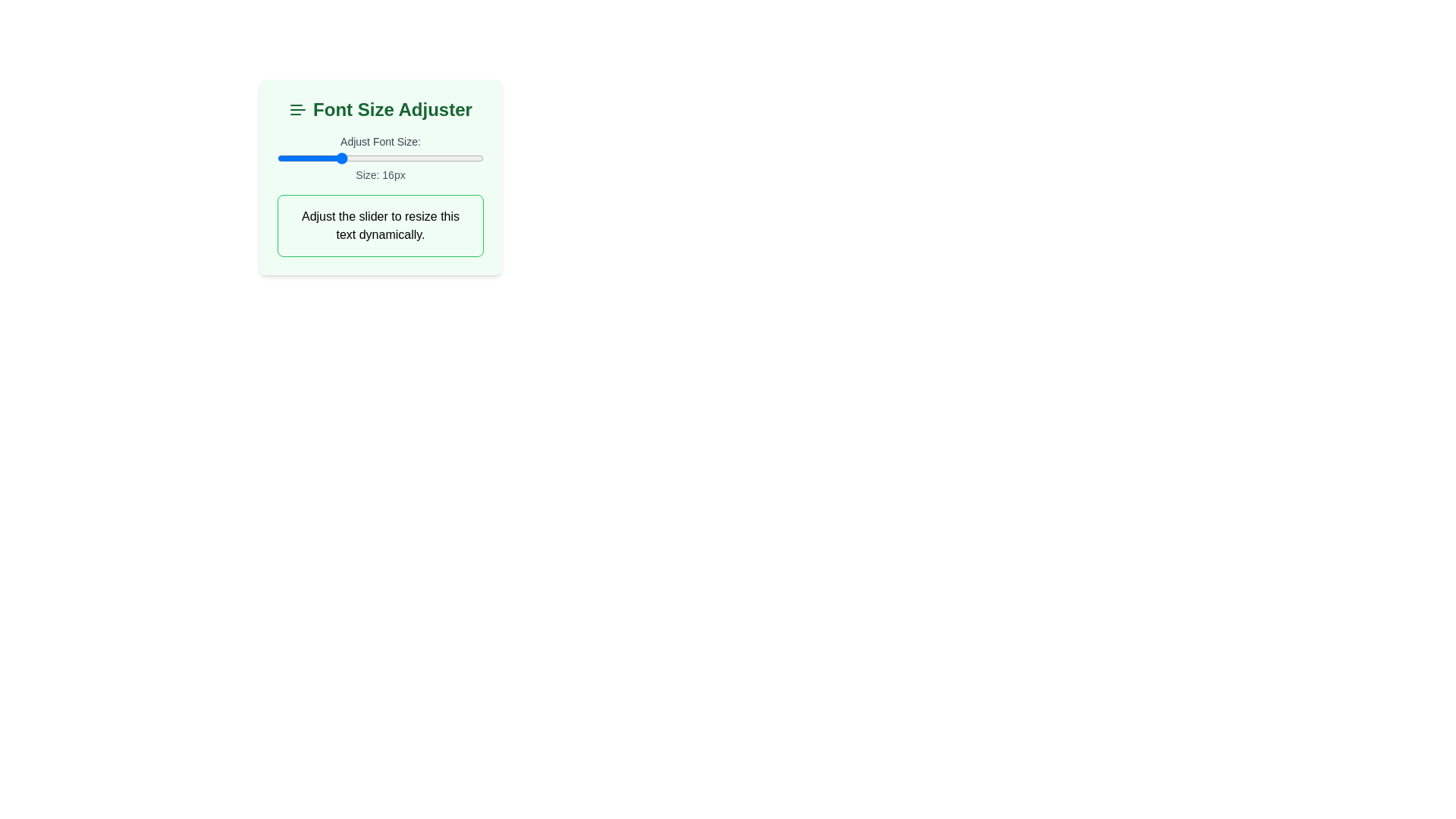  Describe the element at coordinates (441, 158) in the screenshot. I see `the slider to set the font size to 26 px` at that location.